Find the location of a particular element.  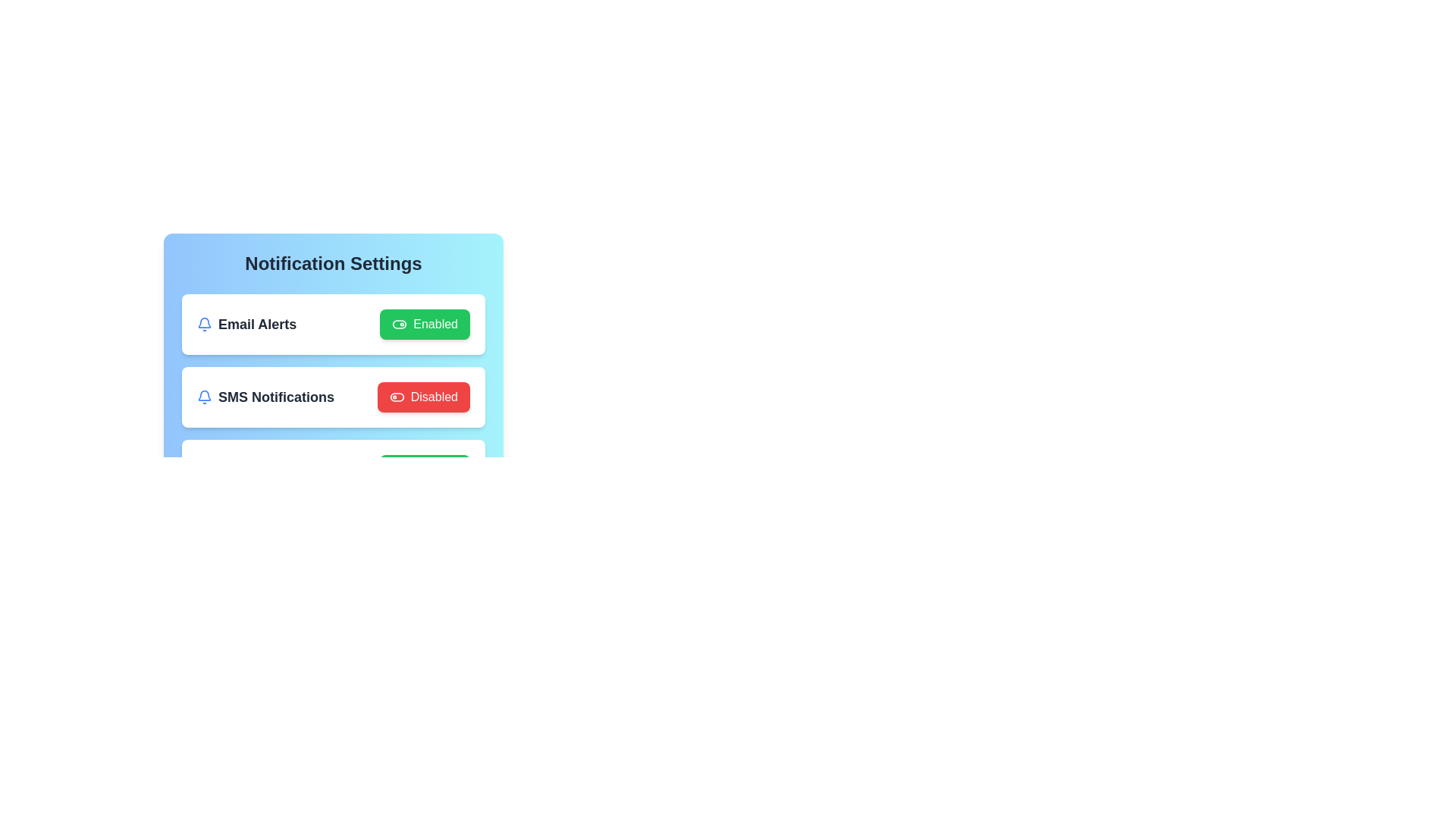

the button corresponding to SMS Notifications is located at coordinates (422, 397).